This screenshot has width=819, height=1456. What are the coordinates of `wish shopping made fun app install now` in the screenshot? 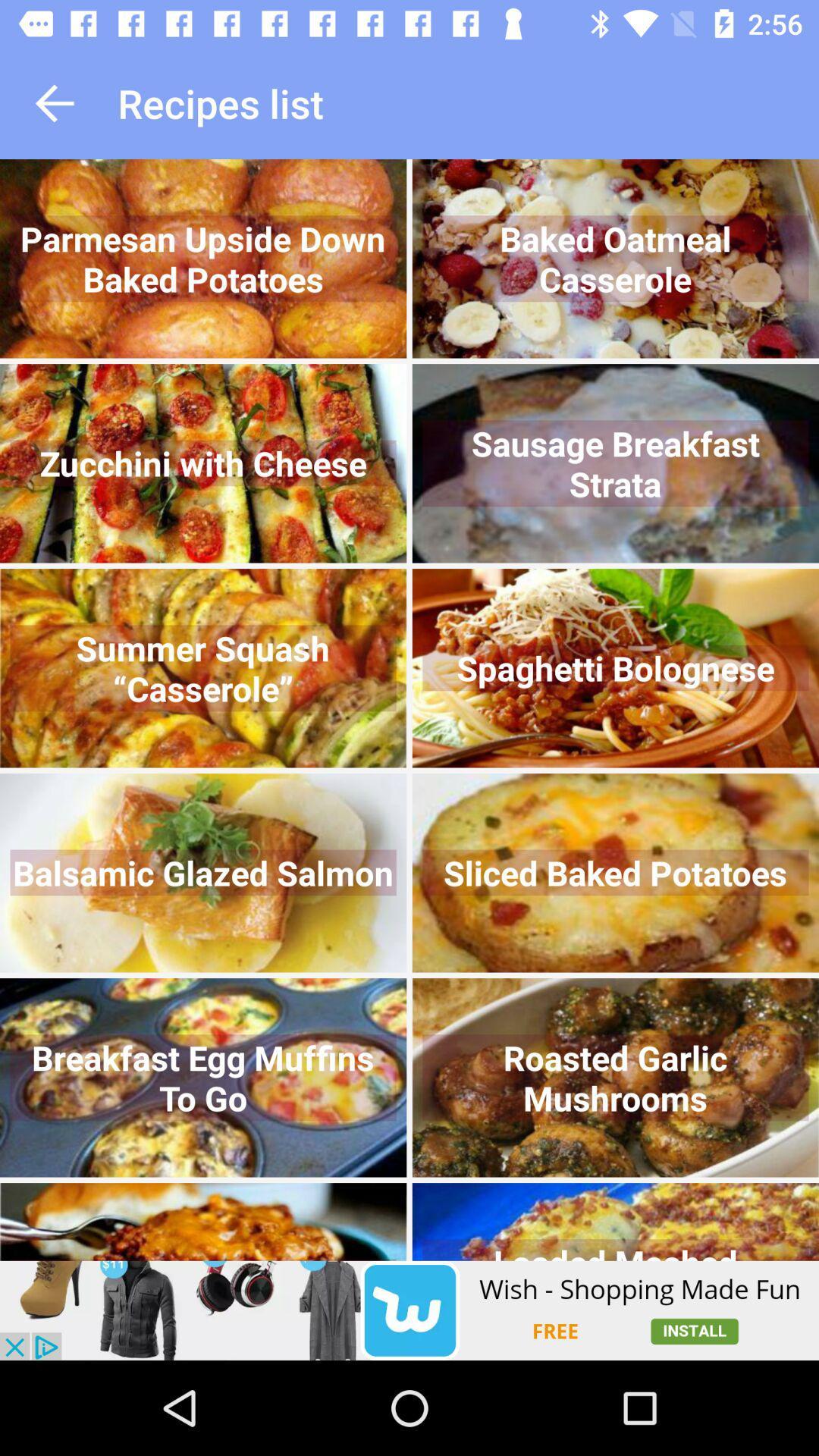 It's located at (409, 1310).